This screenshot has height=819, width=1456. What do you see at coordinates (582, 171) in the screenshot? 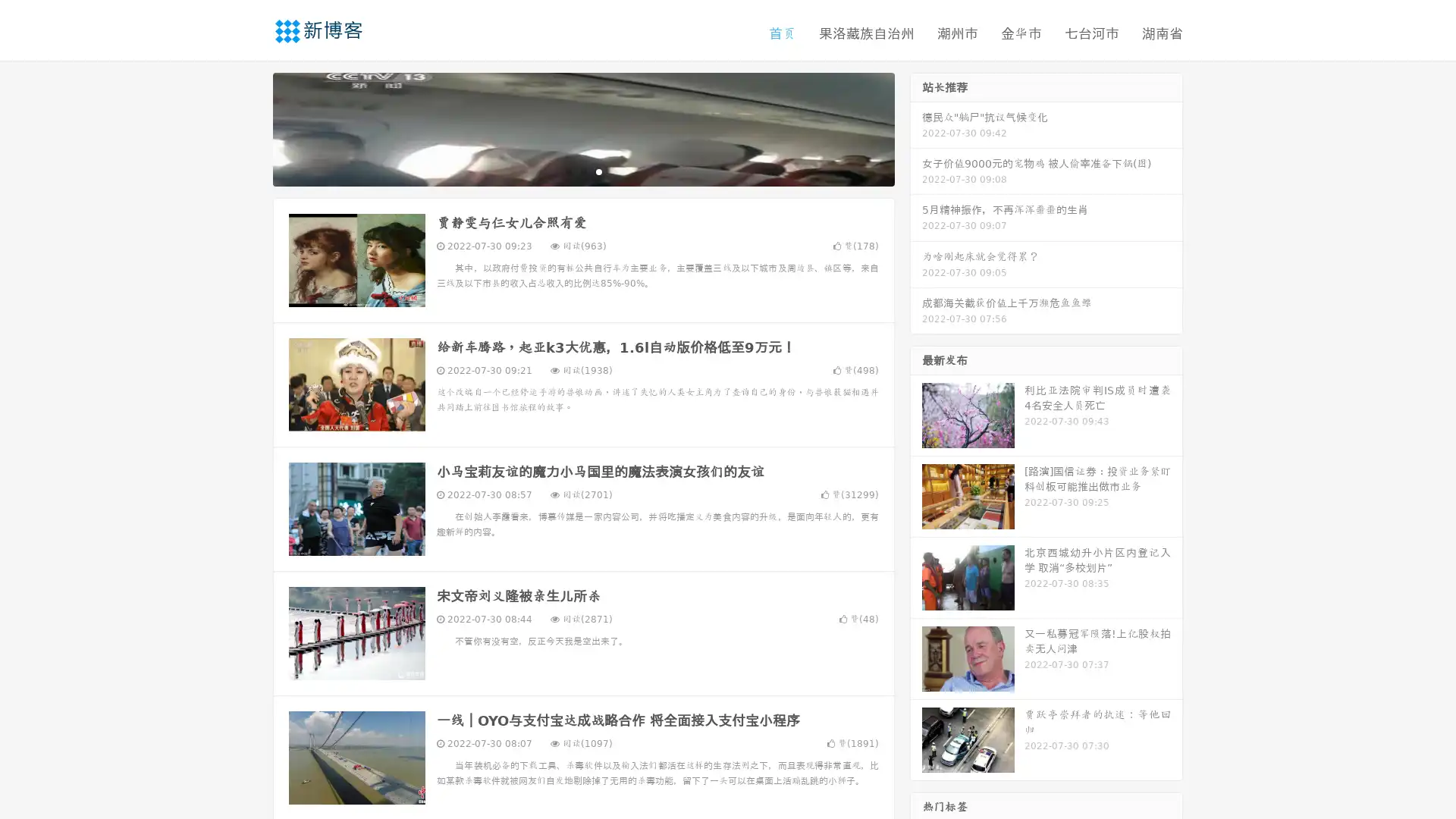
I see `Go to slide 2` at bounding box center [582, 171].